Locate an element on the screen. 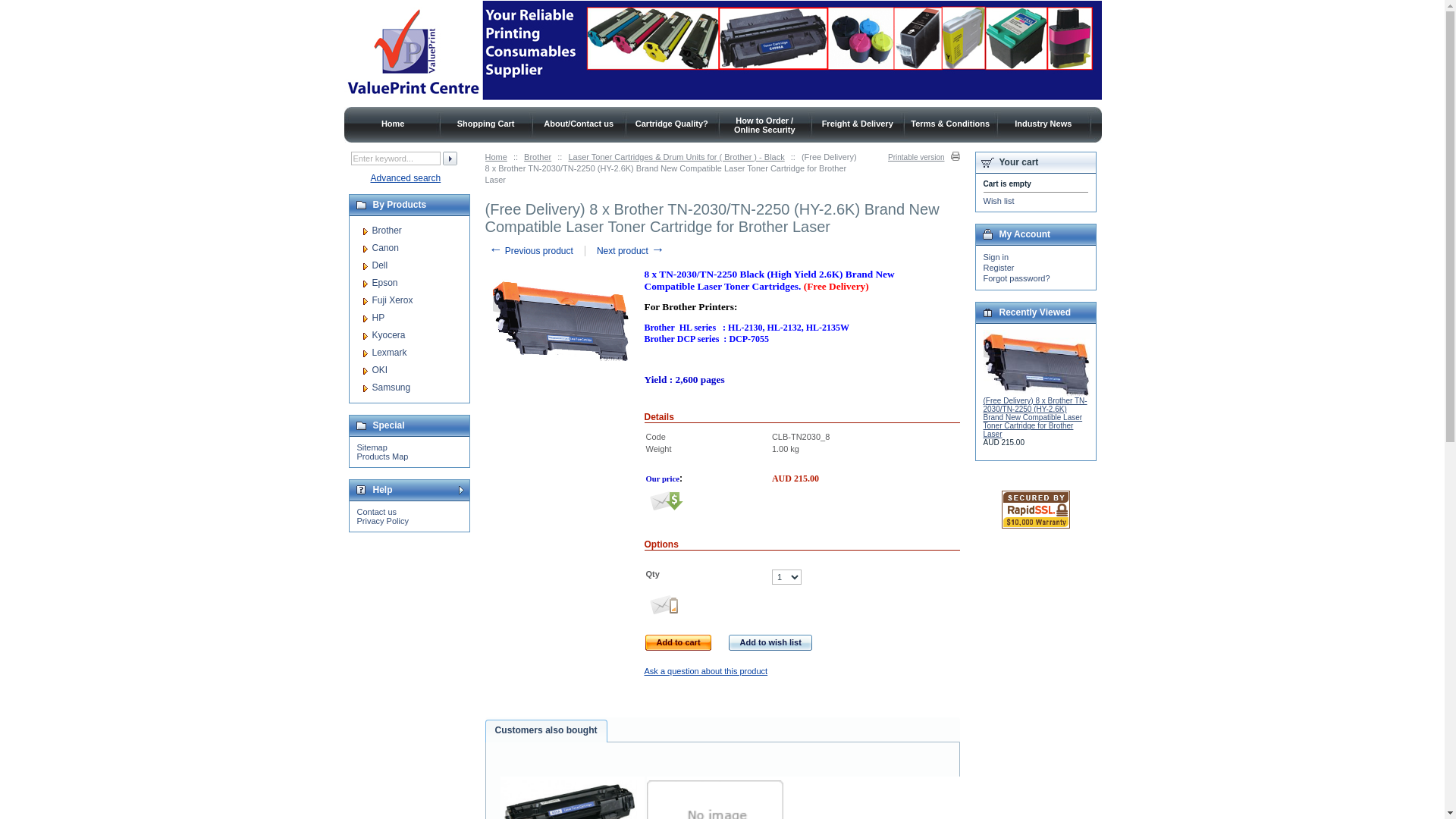  'How to Order / Online Security' is located at coordinates (734, 124).